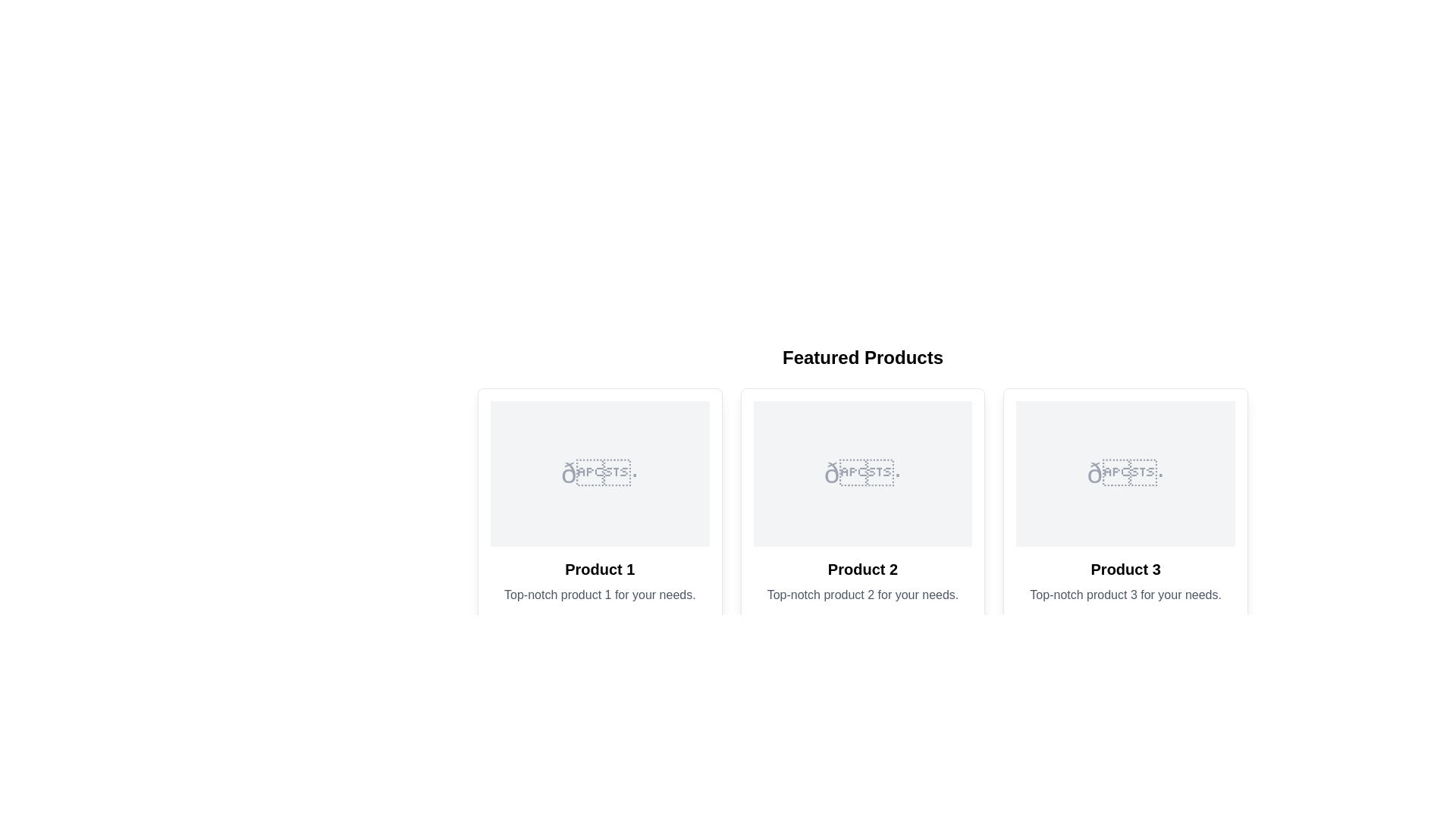 This screenshot has width=1456, height=819. Describe the element at coordinates (599, 595) in the screenshot. I see `the muted gray text label reading 'Top-notch product 1 for your needs.' located below 'Product 1' in the first product card` at that location.